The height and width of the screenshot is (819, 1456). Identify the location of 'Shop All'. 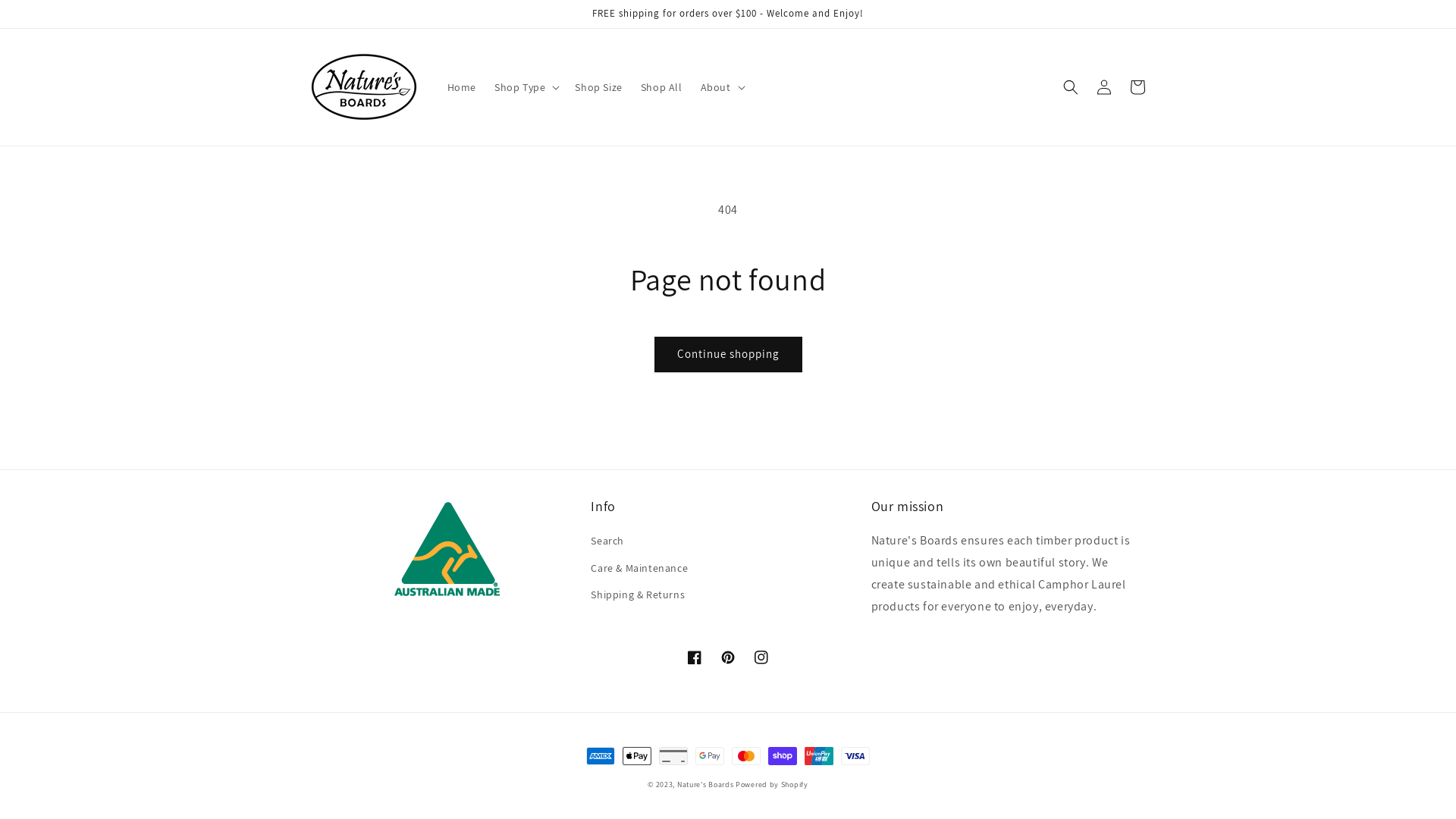
(661, 87).